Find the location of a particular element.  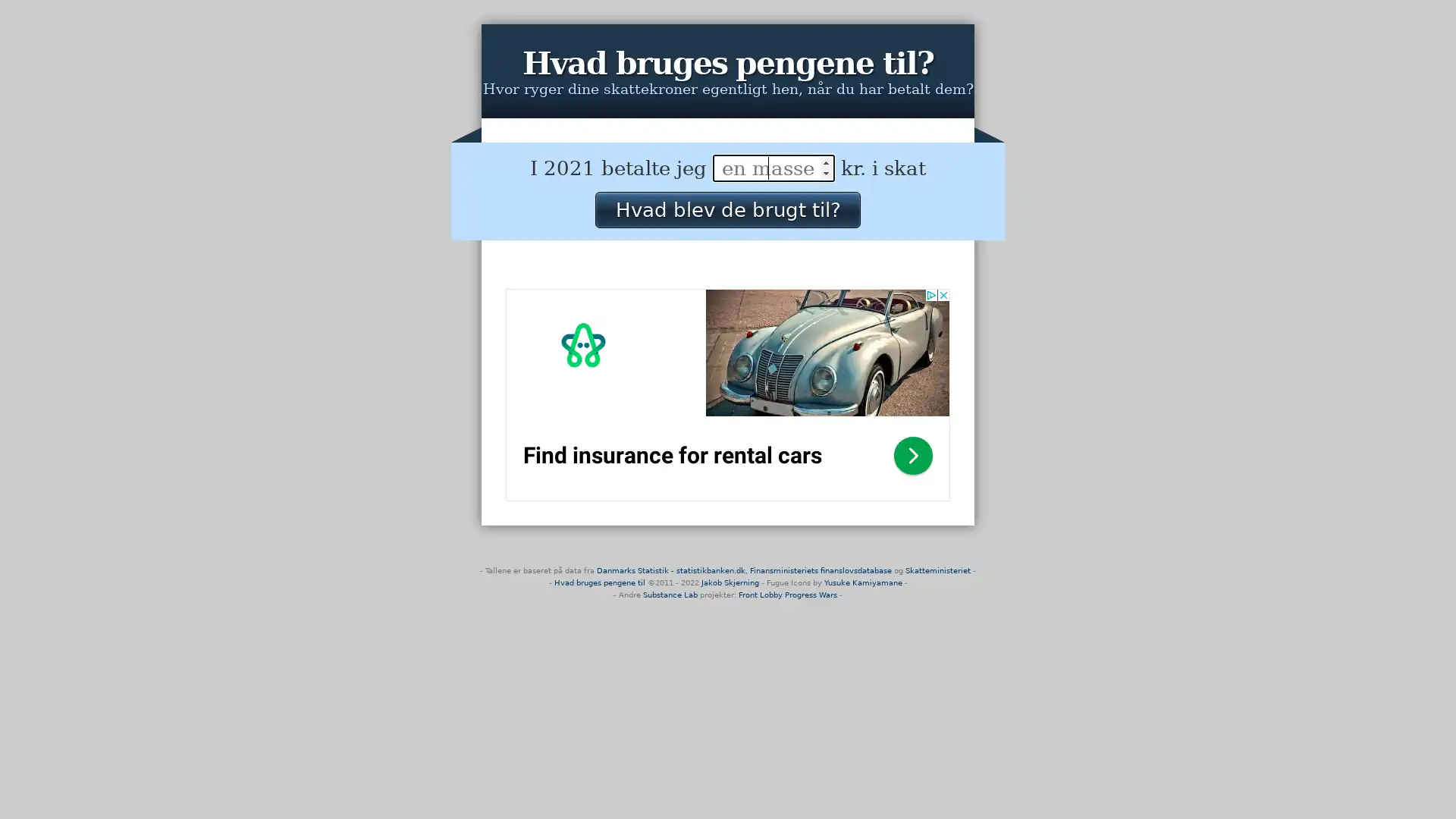

Hvad blev de brugt til? is located at coordinates (726, 209).